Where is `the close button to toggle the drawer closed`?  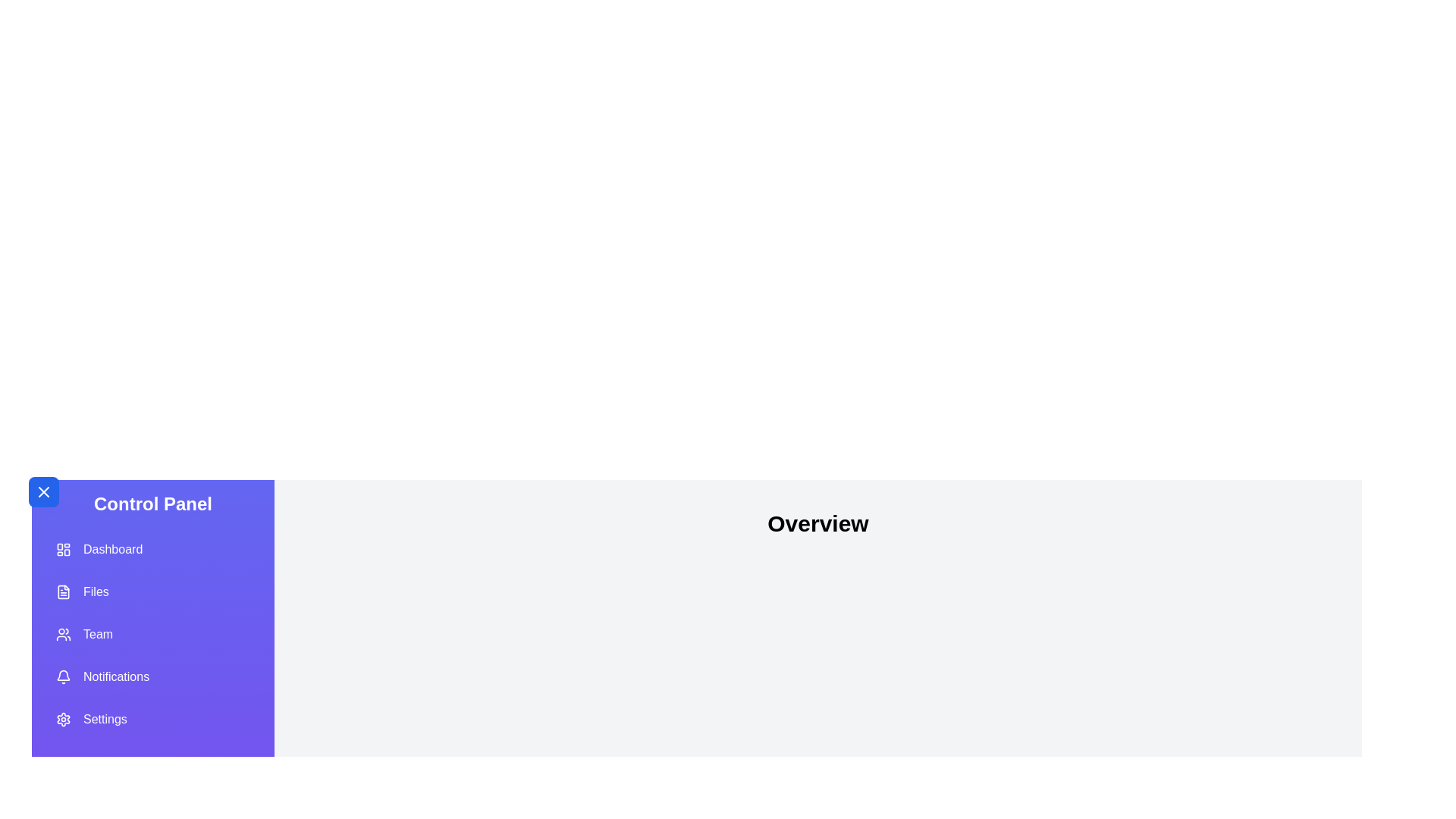
the close button to toggle the drawer closed is located at coordinates (43, 491).